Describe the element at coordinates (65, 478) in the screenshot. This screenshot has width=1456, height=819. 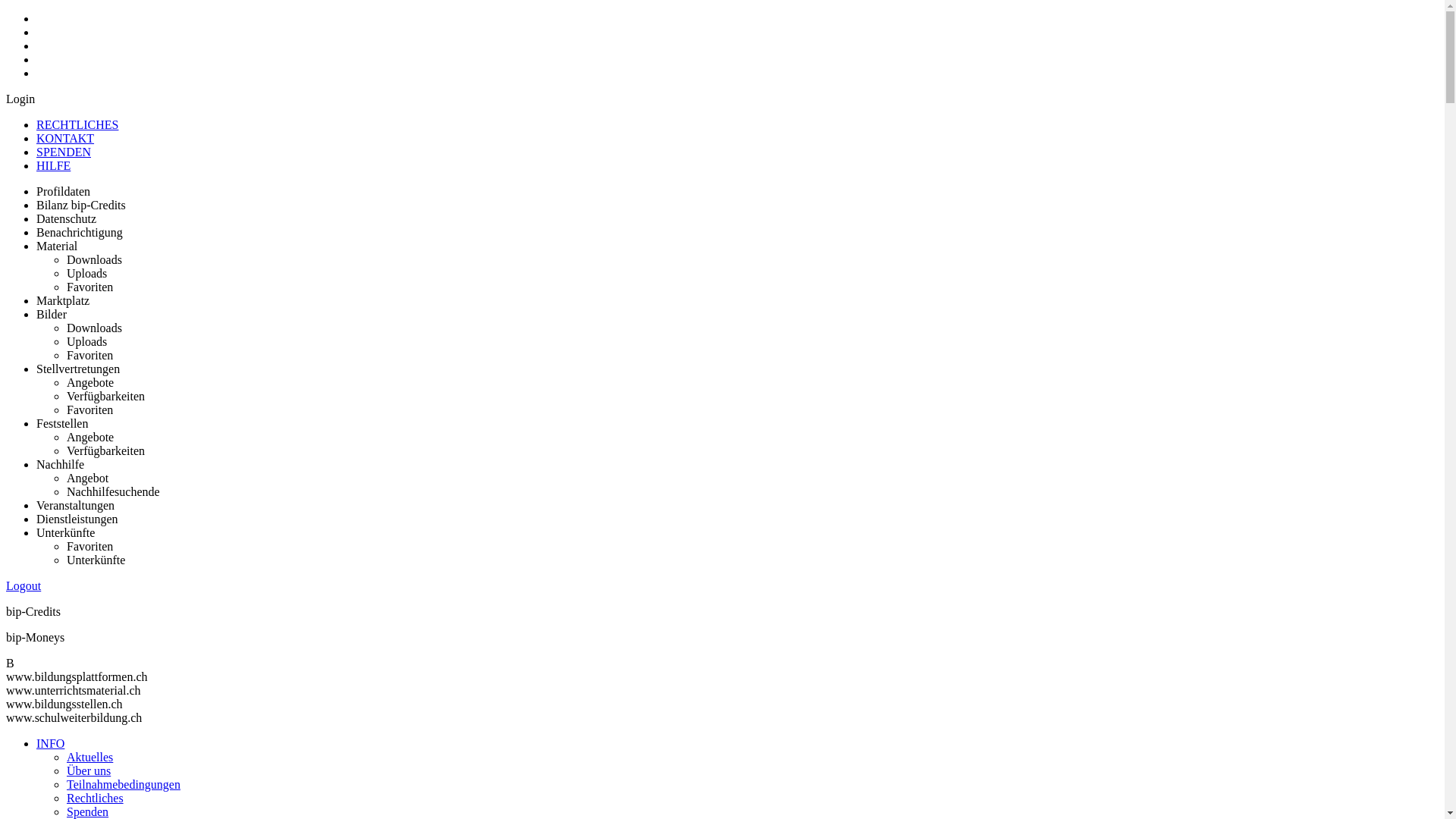
I see `'Angebot'` at that location.